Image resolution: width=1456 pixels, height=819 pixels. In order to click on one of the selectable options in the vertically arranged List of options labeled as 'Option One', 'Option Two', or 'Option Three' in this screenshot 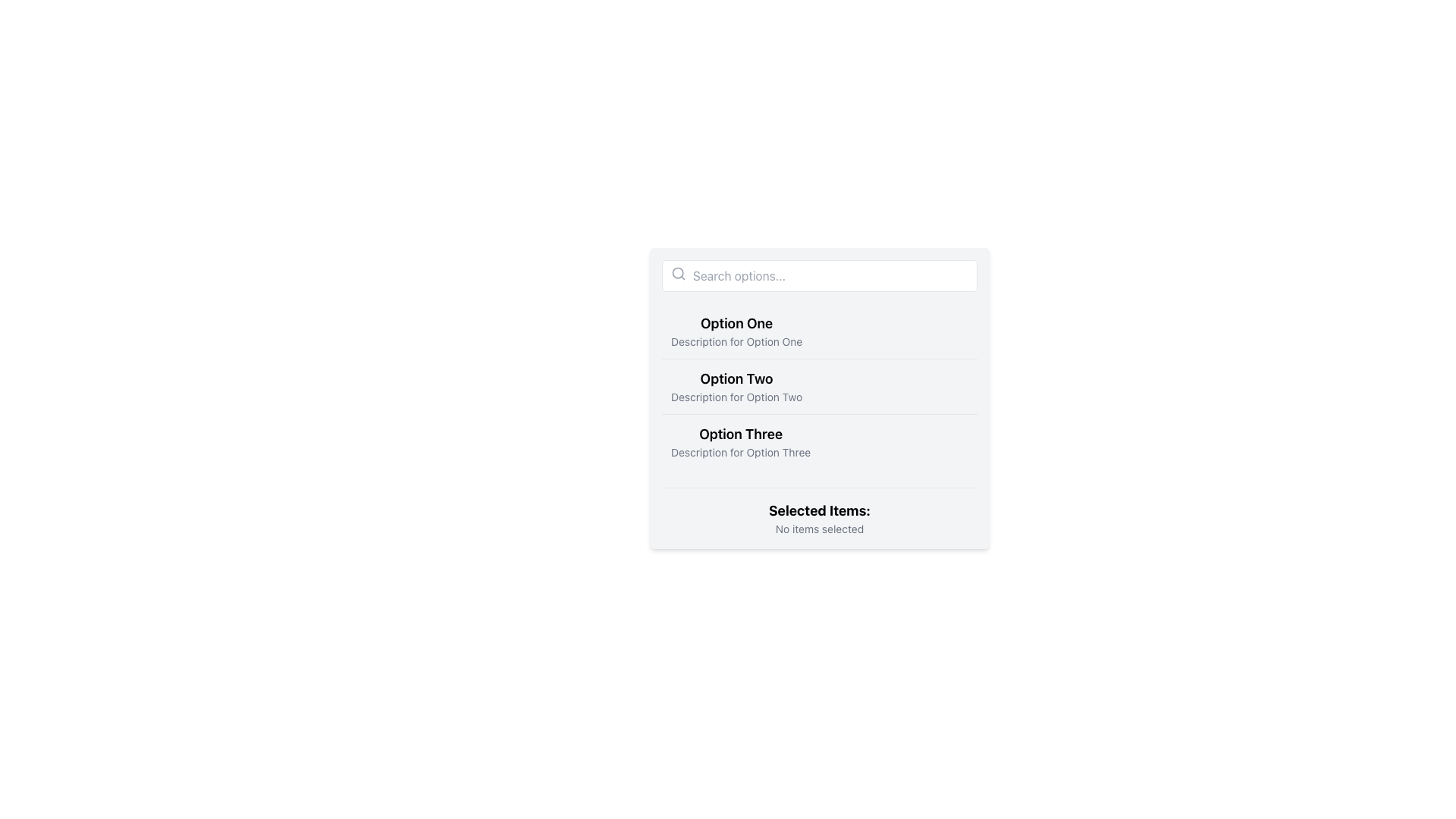, I will do `click(818, 397)`.